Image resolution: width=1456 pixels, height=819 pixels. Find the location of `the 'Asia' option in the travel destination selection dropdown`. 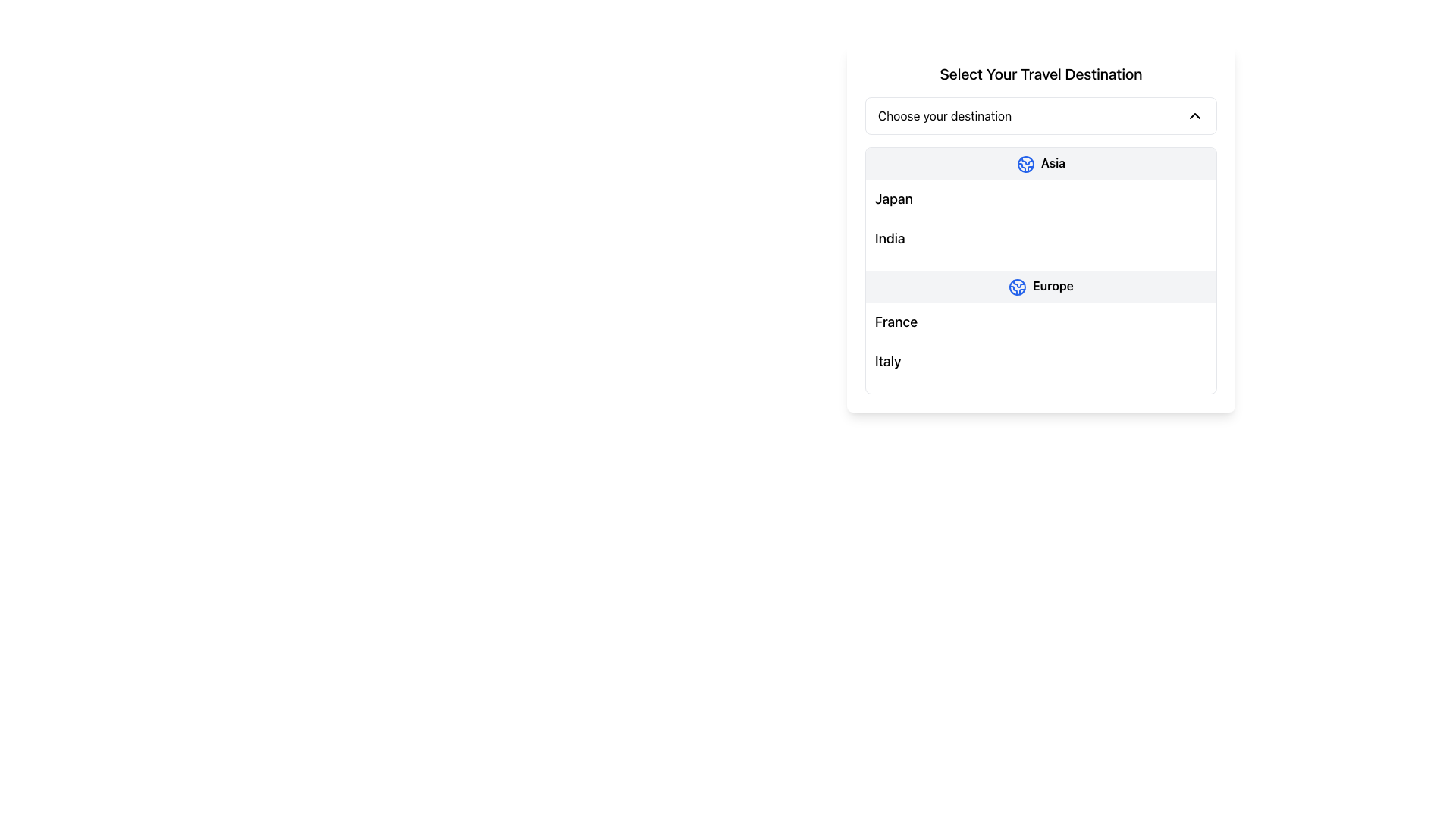

the 'Asia' option in the travel destination selection dropdown is located at coordinates (1040, 163).